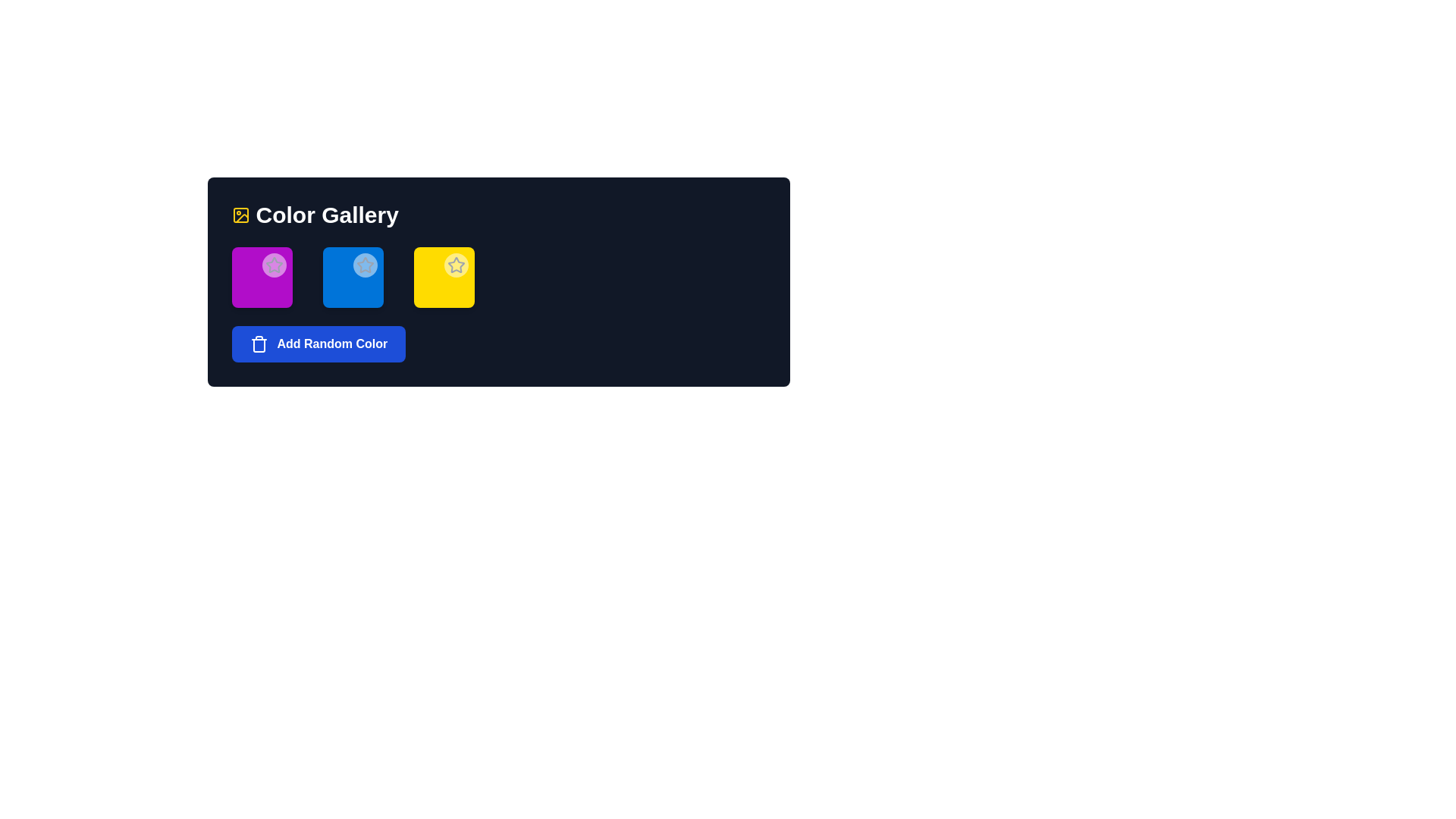 The height and width of the screenshot is (819, 1456). What do you see at coordinates (365, 264) in the screenshot?
I see `the star icon located on the blue square box to mark or unmark the associated item in the gallery as a favorite` at bounding box center [365, 264].